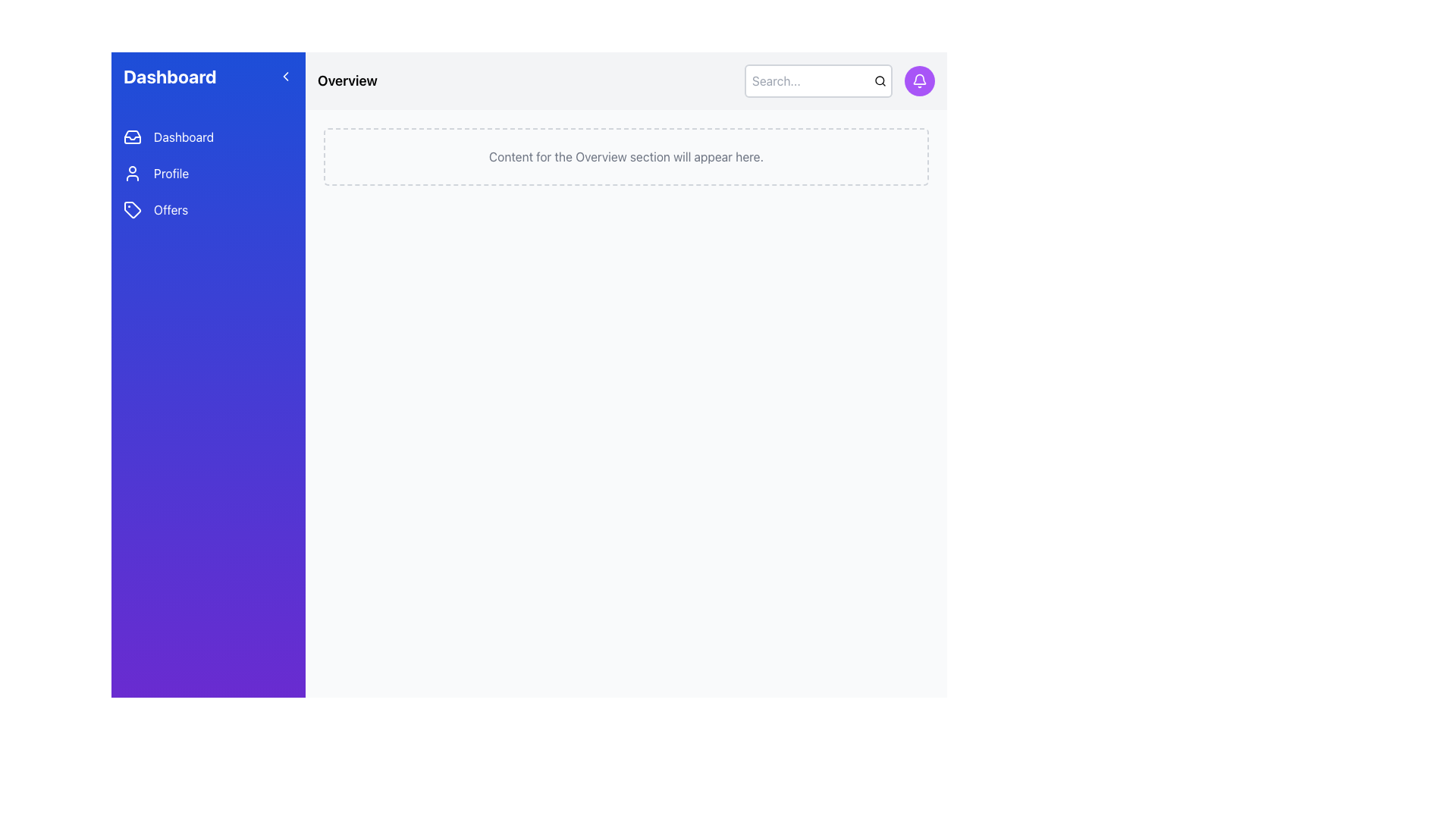  I want to click on the leftward chevron arrow icon button located on a blue background in the top-right corner of the sidebar, so click(286, 76).